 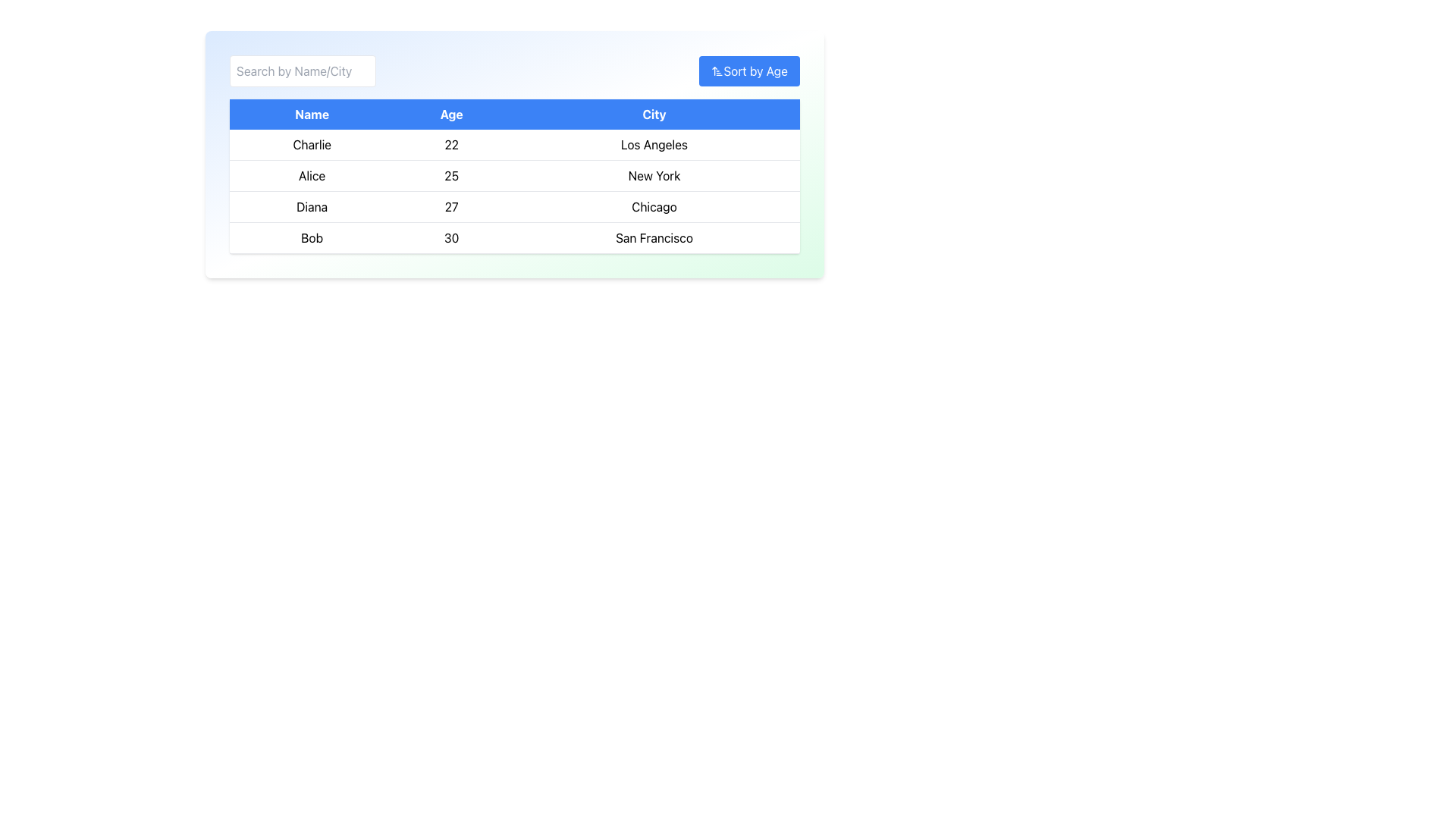 I want to click on the sorting icon located to the left of the 'Sort by Age' button in the top-right corner of the interface, so click(x=716, y=71).